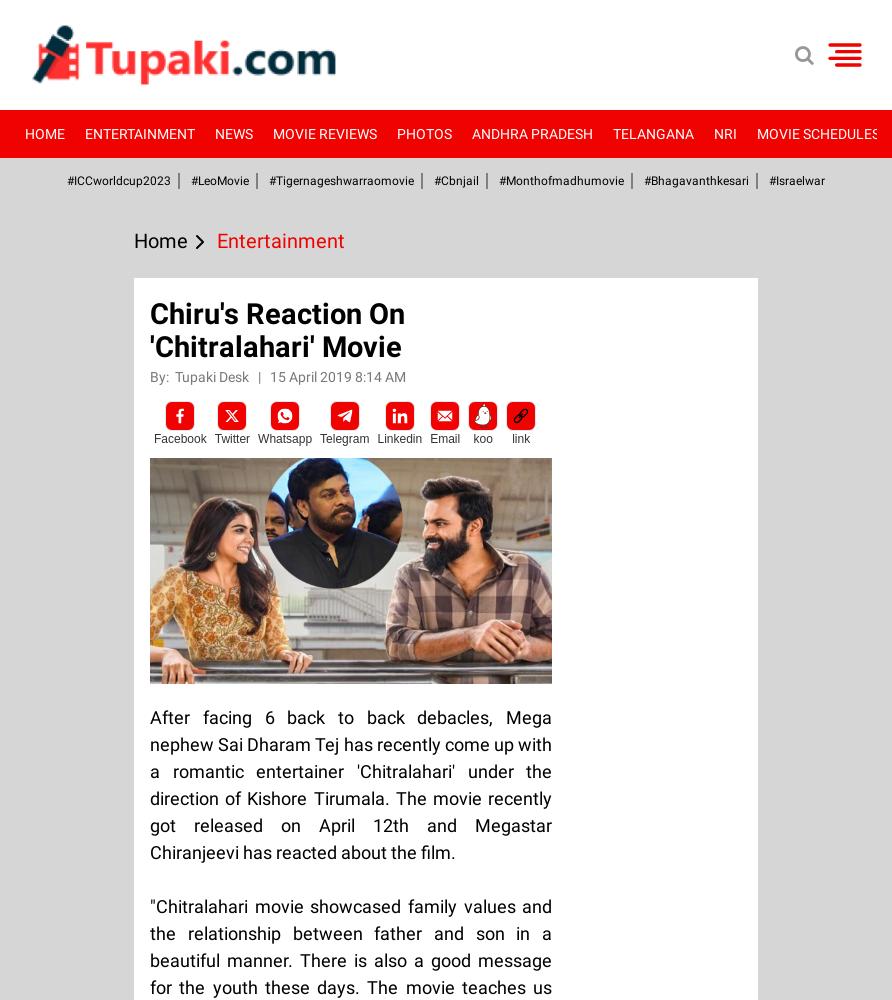 This screenshot has width=892, height=1000. What do you see at coordinates (521, 438) in the screenshot?
I see `'link'` at bounding box center [521, 438].